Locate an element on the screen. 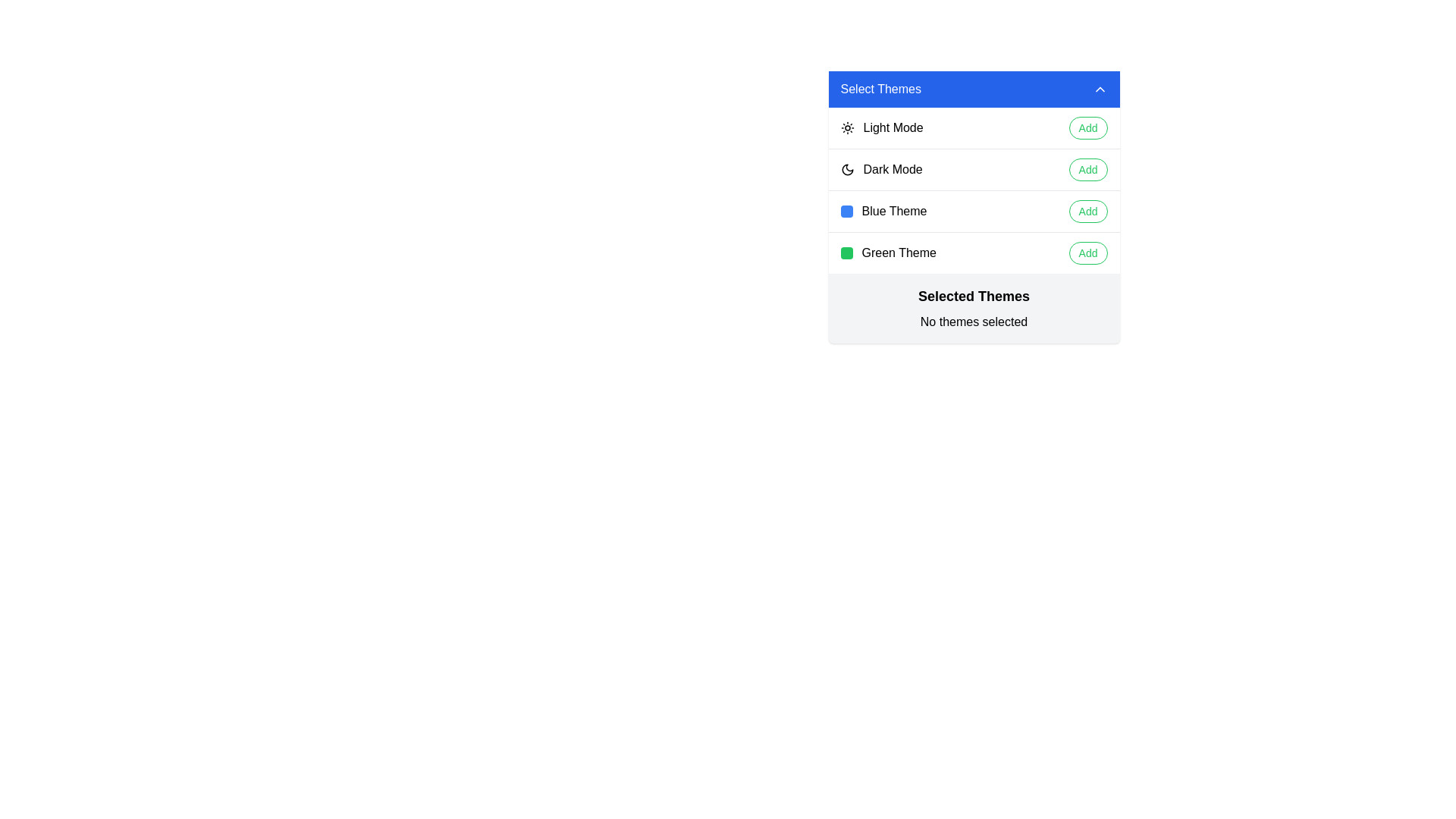 The image size is (1456, 819). the 'Green Theme' label element, which features a color indicator and is positioned fourth in the 'Select Themes' section, below the 'Blue Theme' and above the 'Add' button is located at coordinates (888, 253).